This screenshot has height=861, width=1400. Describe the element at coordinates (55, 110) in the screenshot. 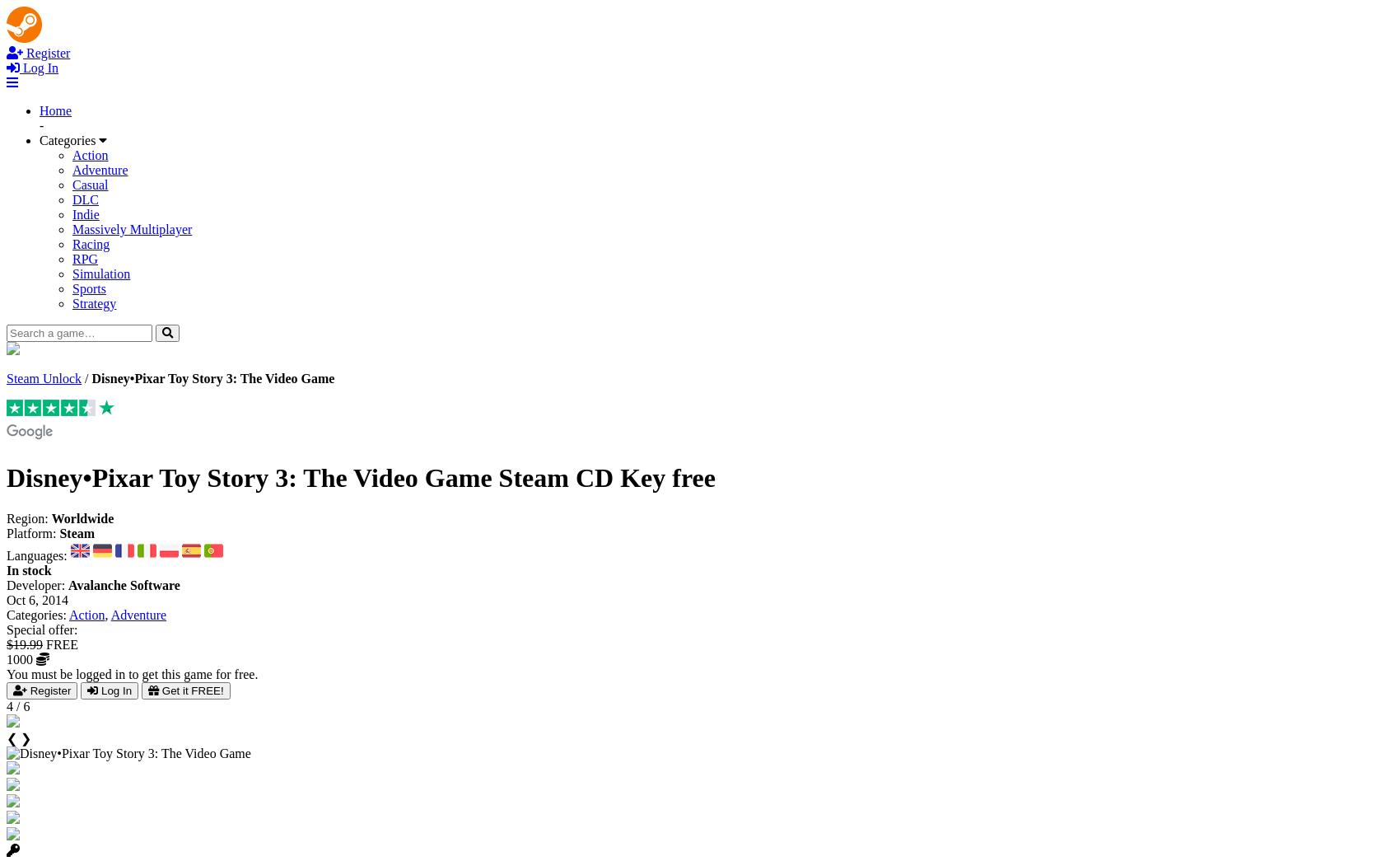

I see `'Home'` at that location.